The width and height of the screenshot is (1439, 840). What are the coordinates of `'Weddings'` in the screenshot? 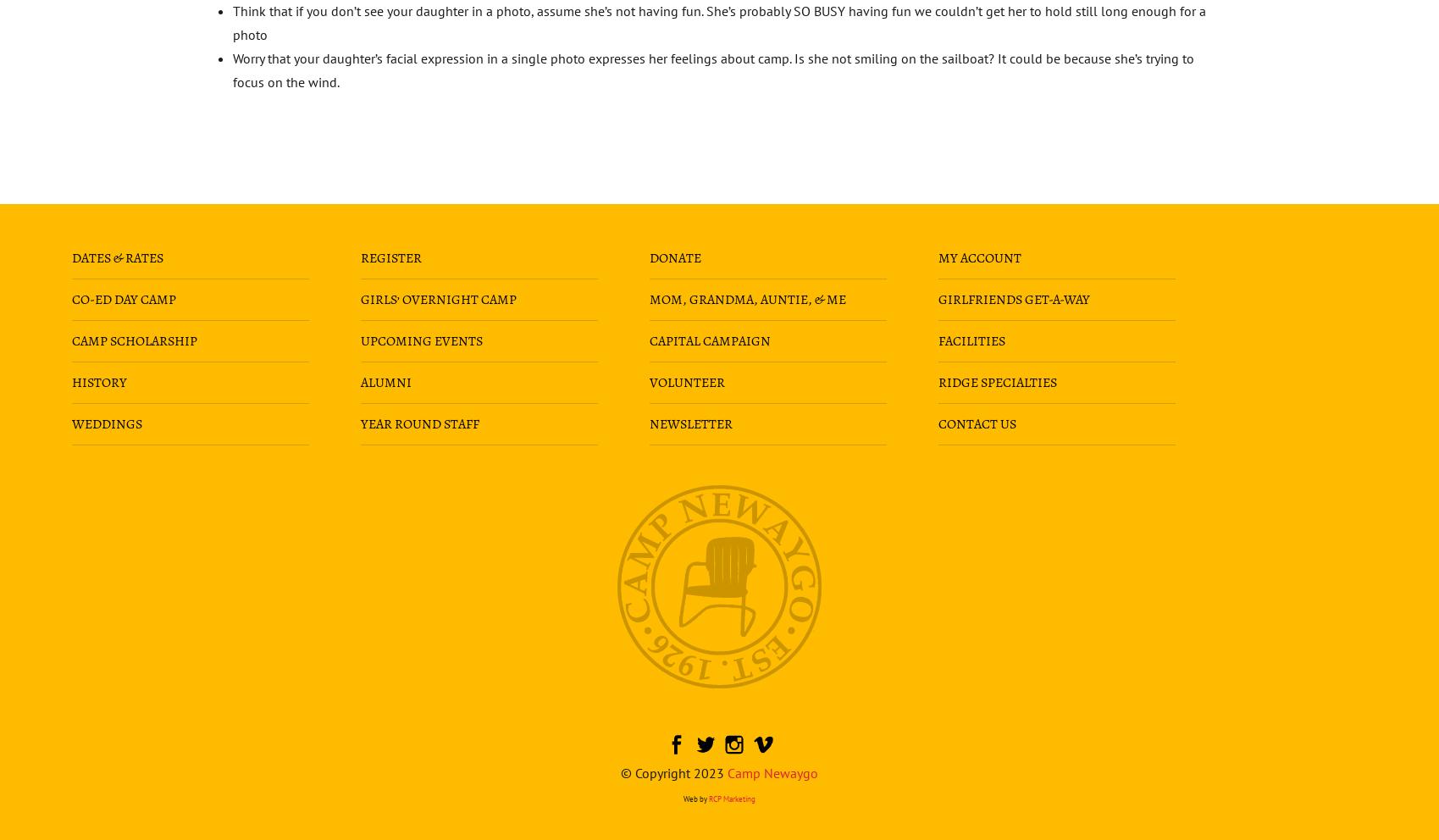 It's located at (105, 422).